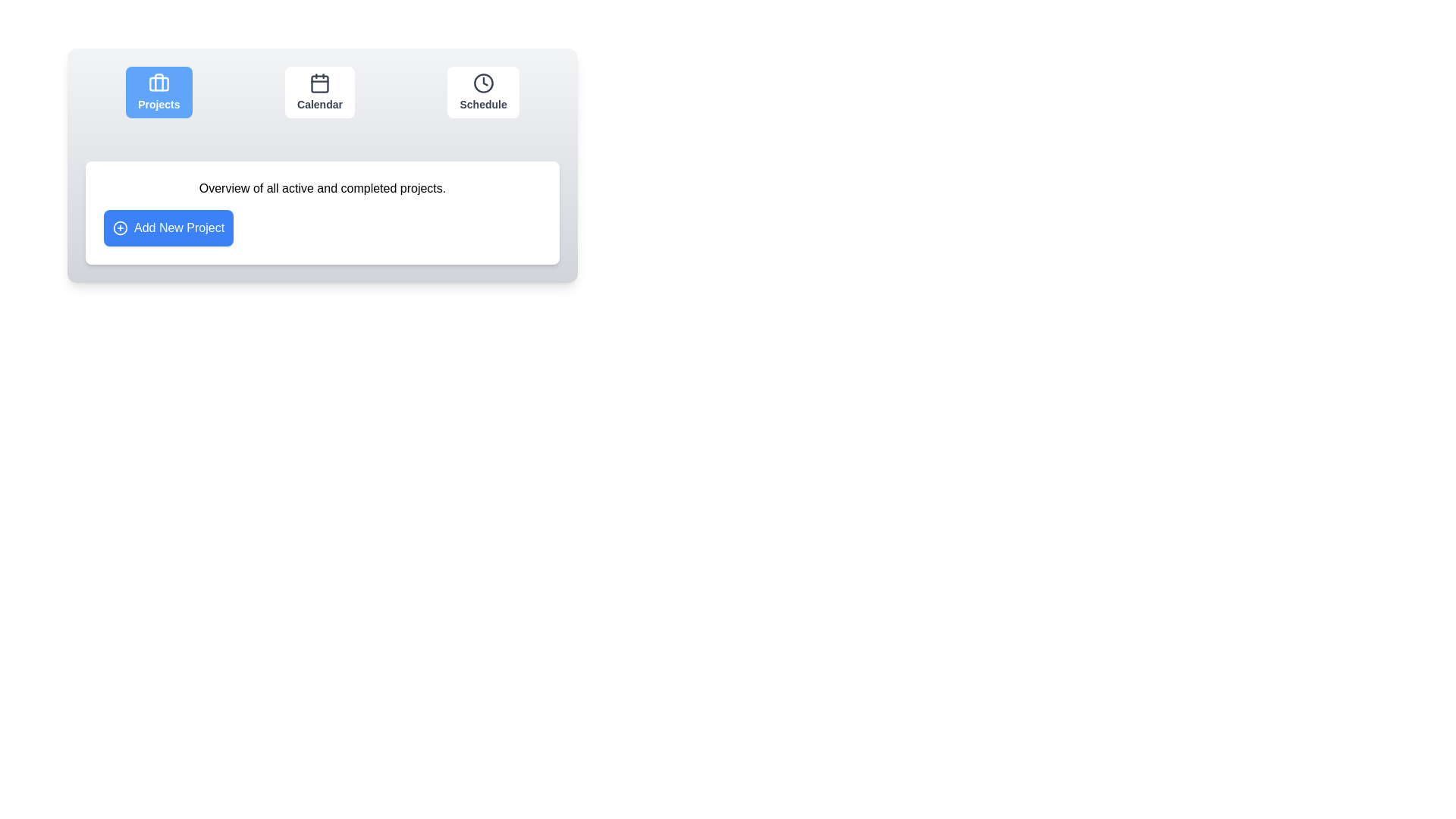  What do you see at coordinates (319, 93) in the screenshot?
I see `the Calendar button to observe visual feedback` at bounding box center [319, 93].